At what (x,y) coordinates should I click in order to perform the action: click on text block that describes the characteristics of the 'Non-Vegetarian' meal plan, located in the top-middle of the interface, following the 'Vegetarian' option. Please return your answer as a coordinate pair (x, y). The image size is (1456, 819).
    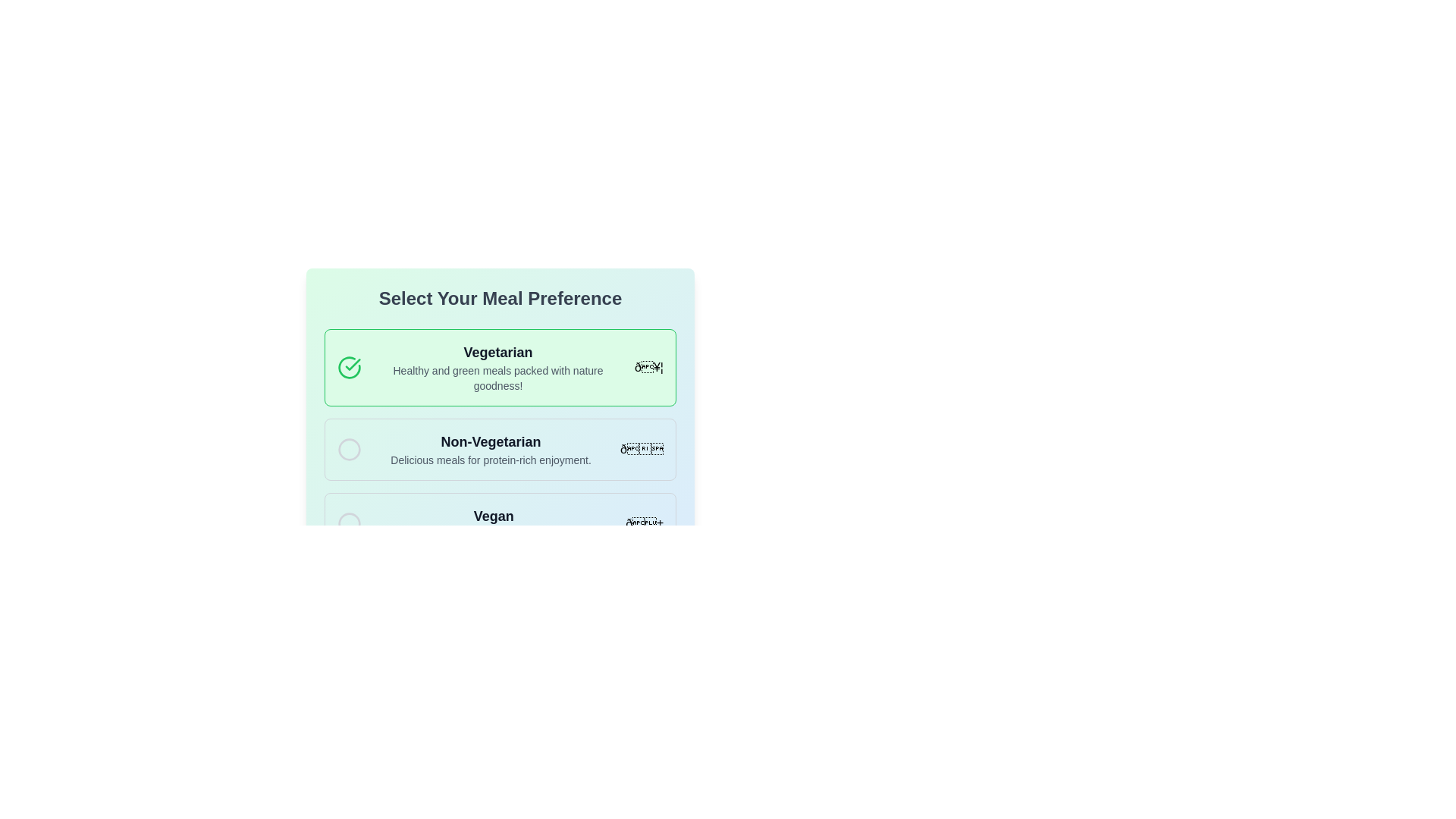
    Looking at the image, I should click on (491, 449).